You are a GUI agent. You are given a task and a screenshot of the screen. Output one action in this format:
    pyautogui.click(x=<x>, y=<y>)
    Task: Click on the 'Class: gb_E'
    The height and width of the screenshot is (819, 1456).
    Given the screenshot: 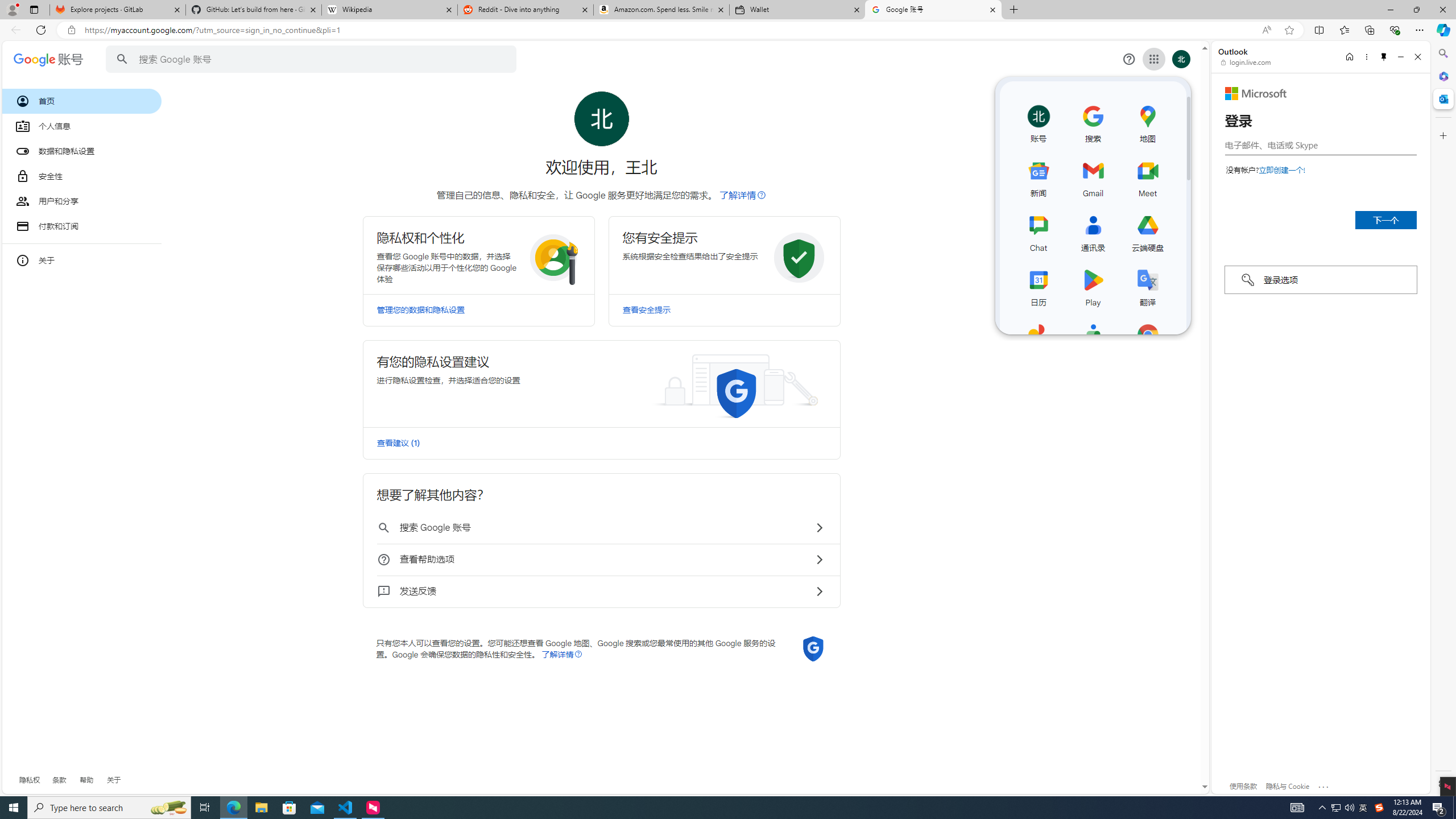 What is the action you would take?
    pyautogui.click(x=1153, y=59)
    